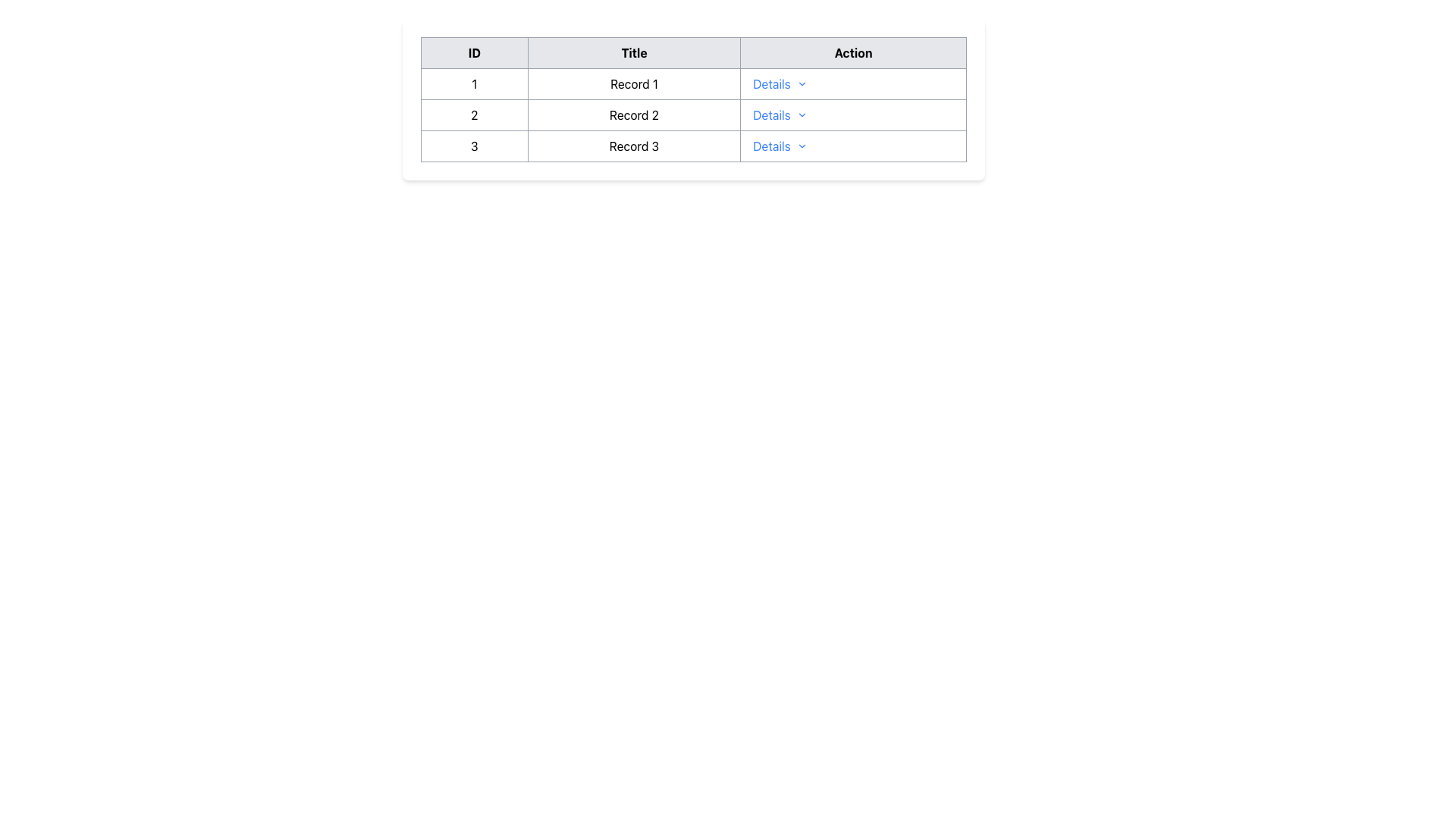 The image size is (1456, 819). I want to click on the second cell in the first row of the table, which serves as the title field for the record and displays static text under the 'Title' column, so click(634, 84).